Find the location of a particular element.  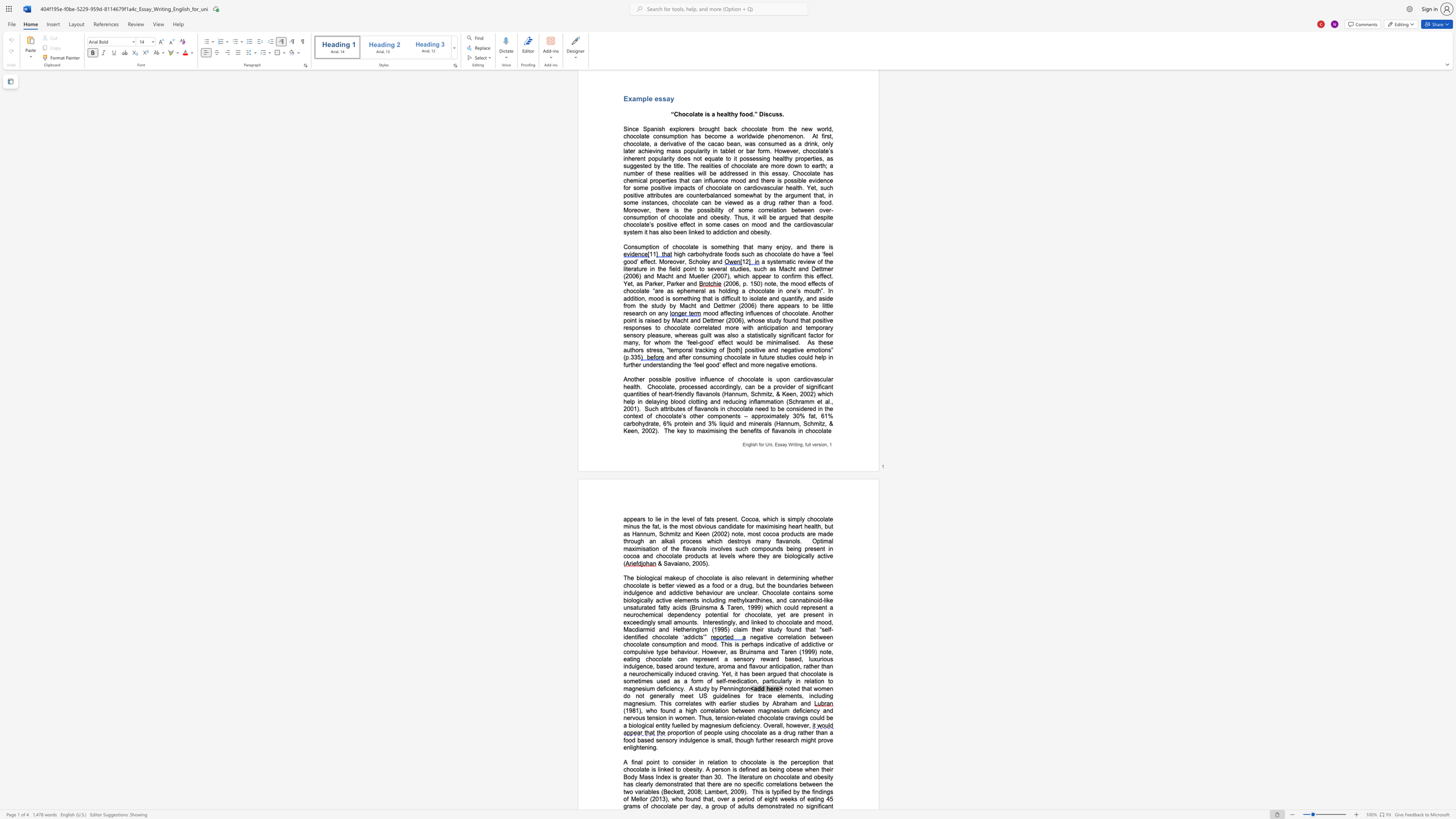

the subset text "13), who found that, over a period of eight weeks of eating 45 grams of chocolate per day, a group of" within the text "This is typified by the findings of Mellor (2013), who found that, over a period of eight weeks of eating 45 grams of chocolate per day, a group of adults" is located at coordinates (658, 798).